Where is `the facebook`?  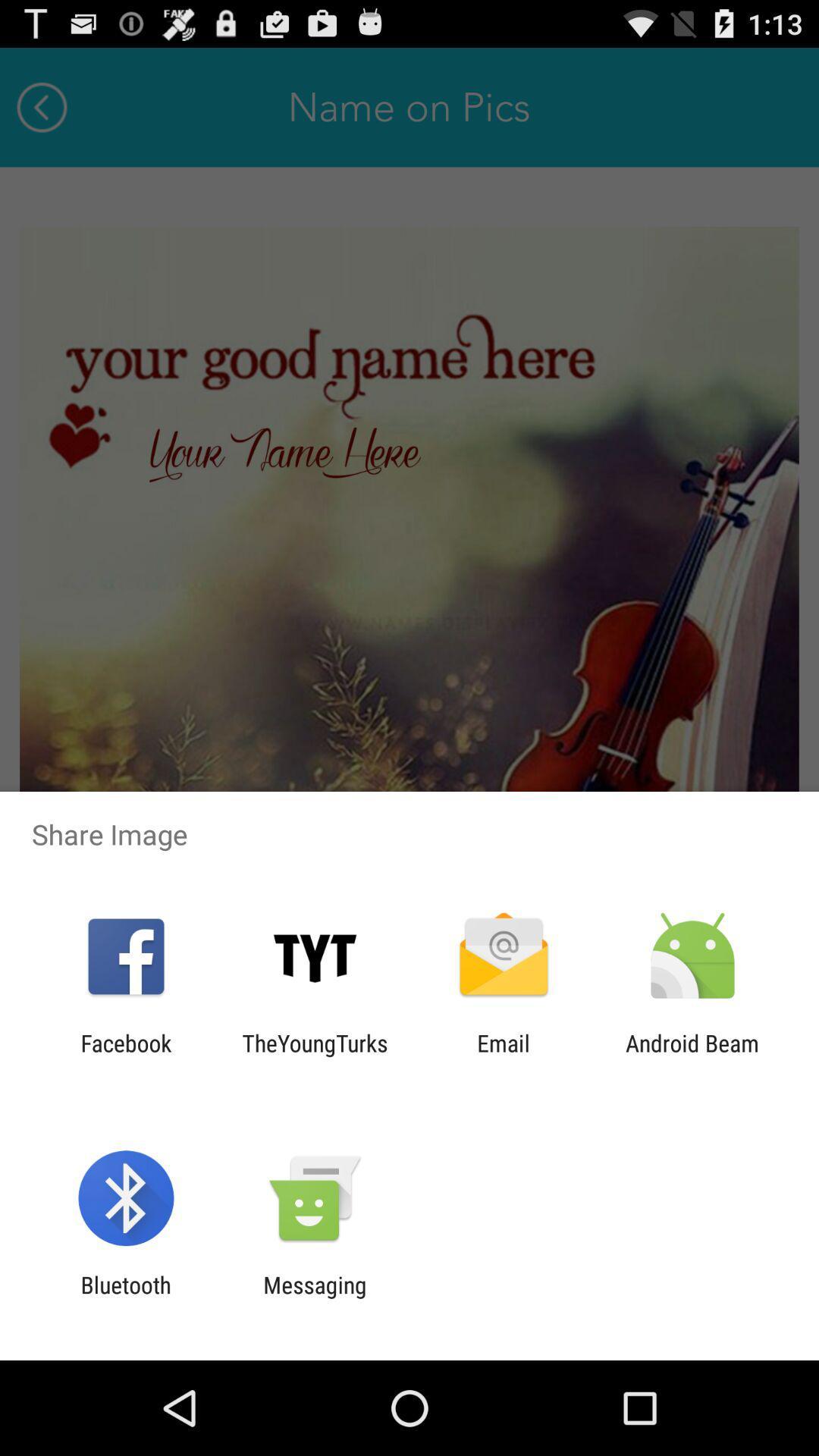 the facebook is located at coordinates (125, 1056).